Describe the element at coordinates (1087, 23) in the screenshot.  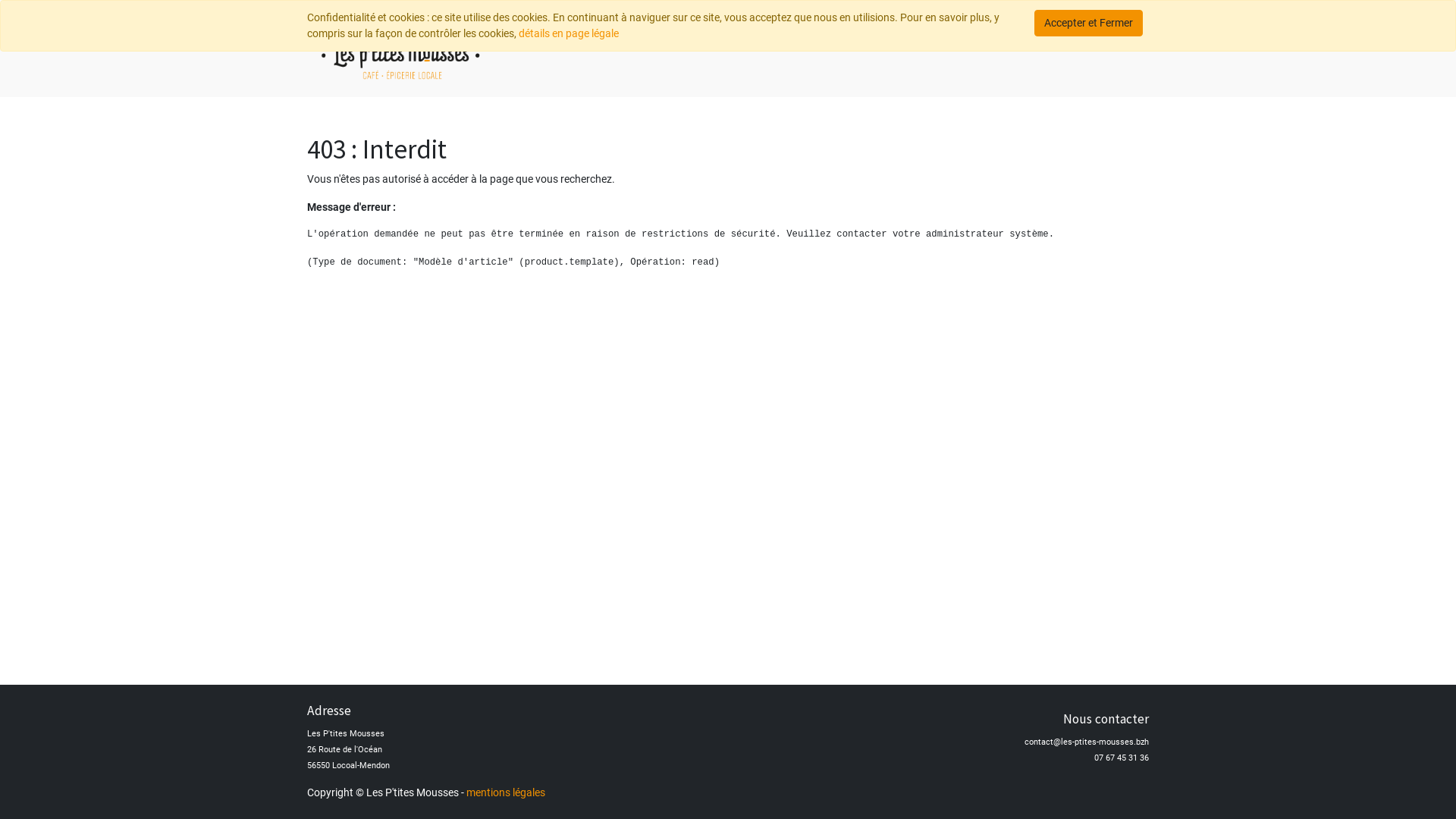
I see `'Accepter et Fermer'` at that location.